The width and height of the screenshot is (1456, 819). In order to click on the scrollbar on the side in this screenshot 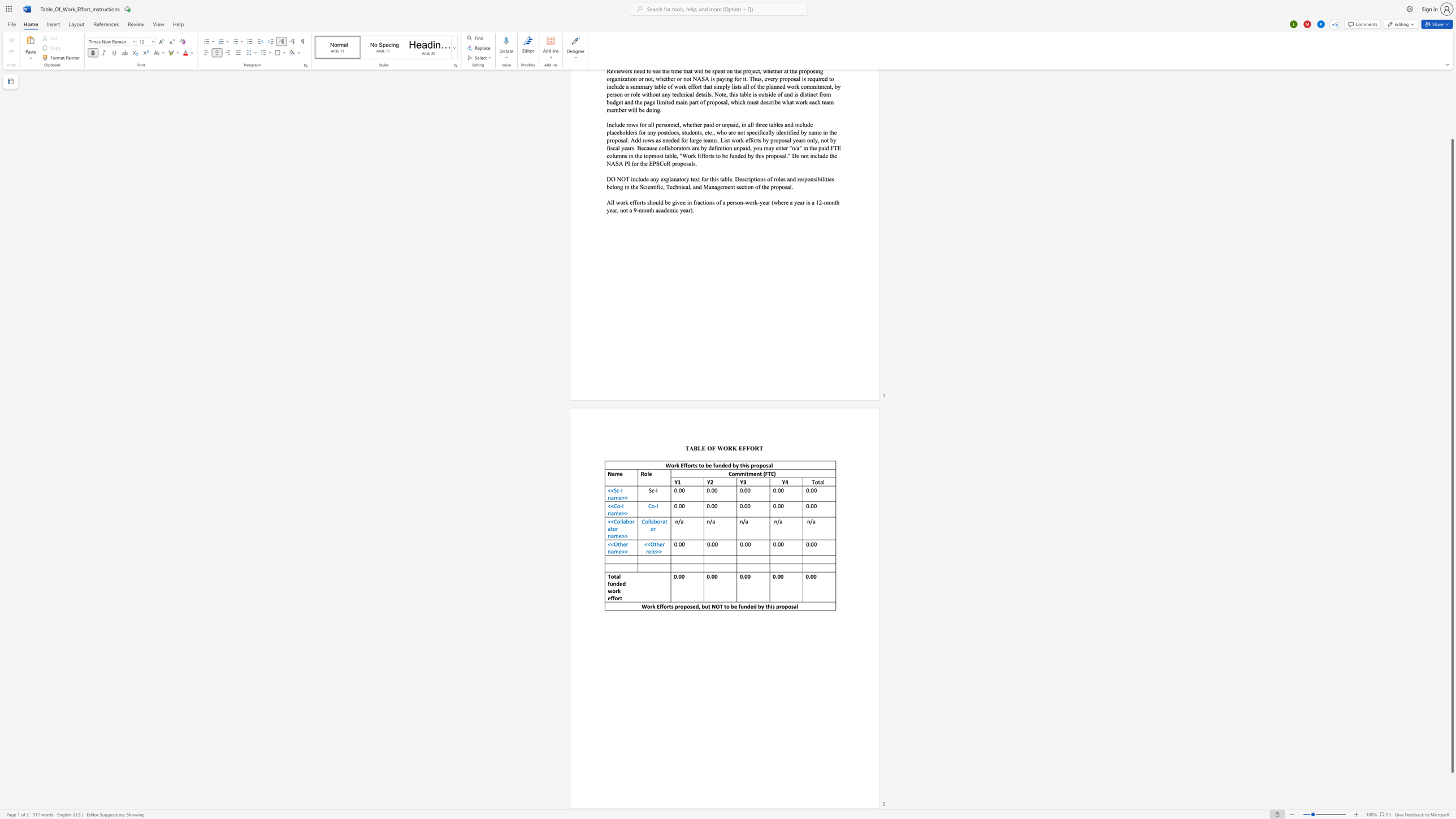, I will do `click(1451, 109)`.